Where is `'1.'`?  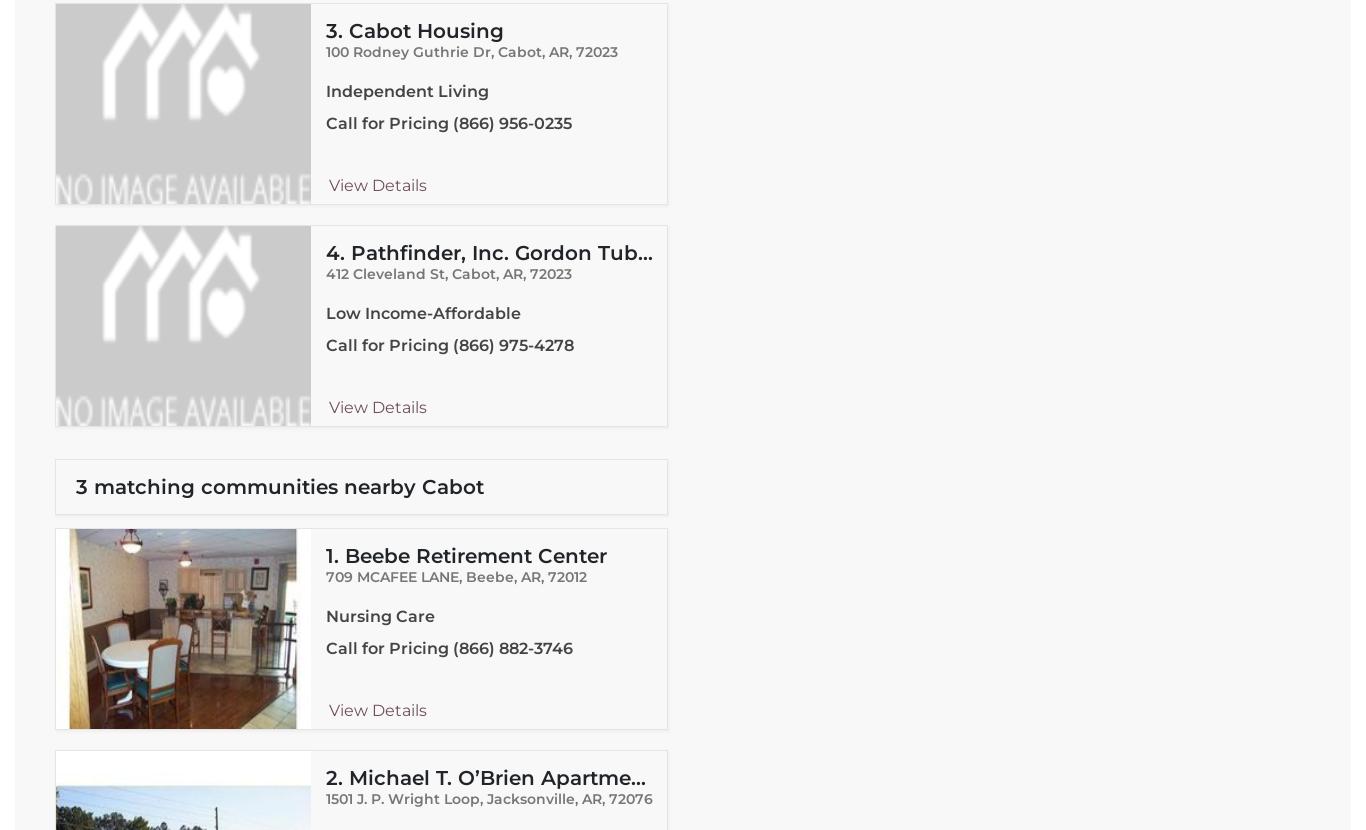
'1.' is located at coordinates (324, 555).